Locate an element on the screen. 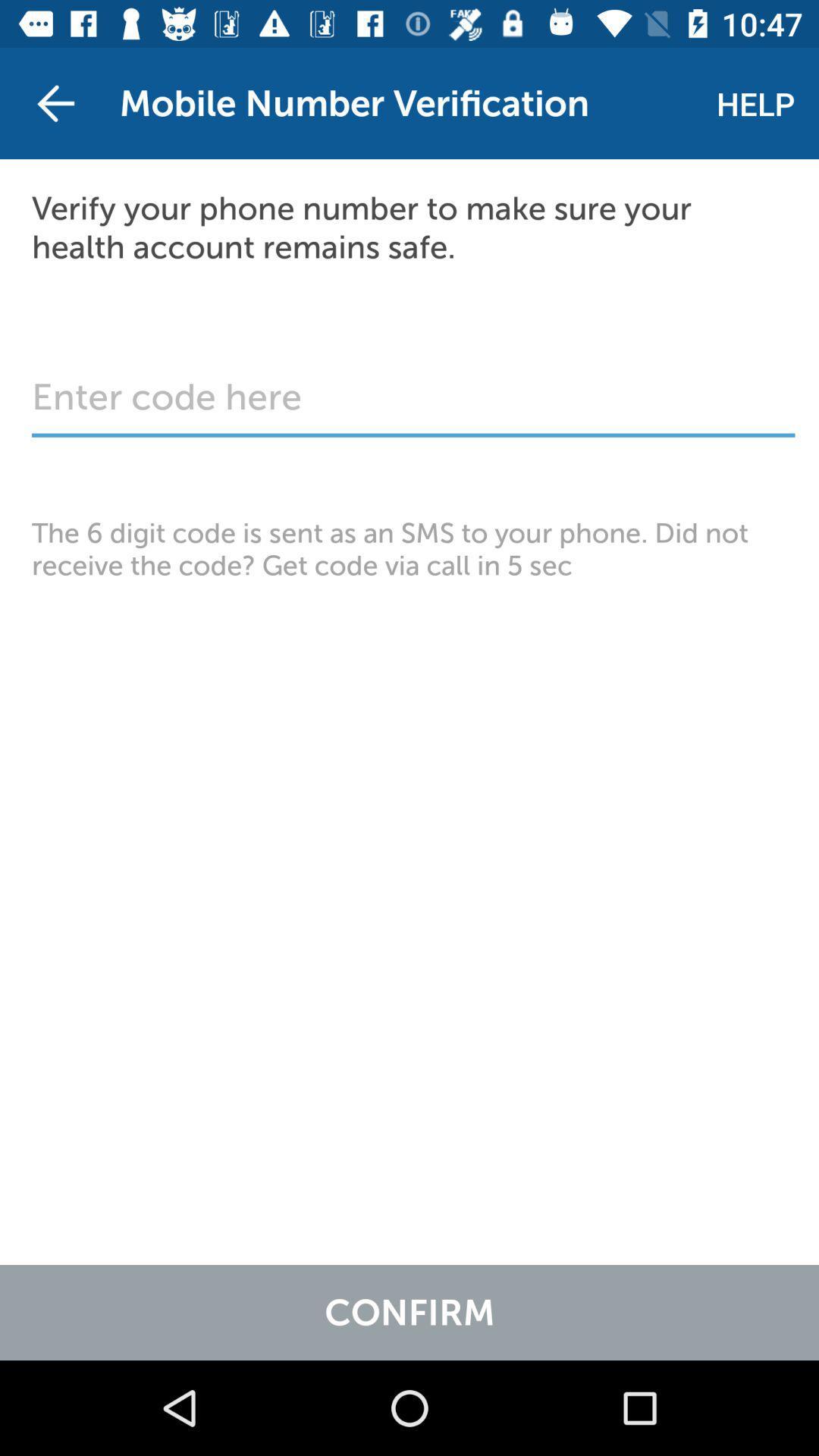  the item above the 6 digit is located at coordinates (413, 404).